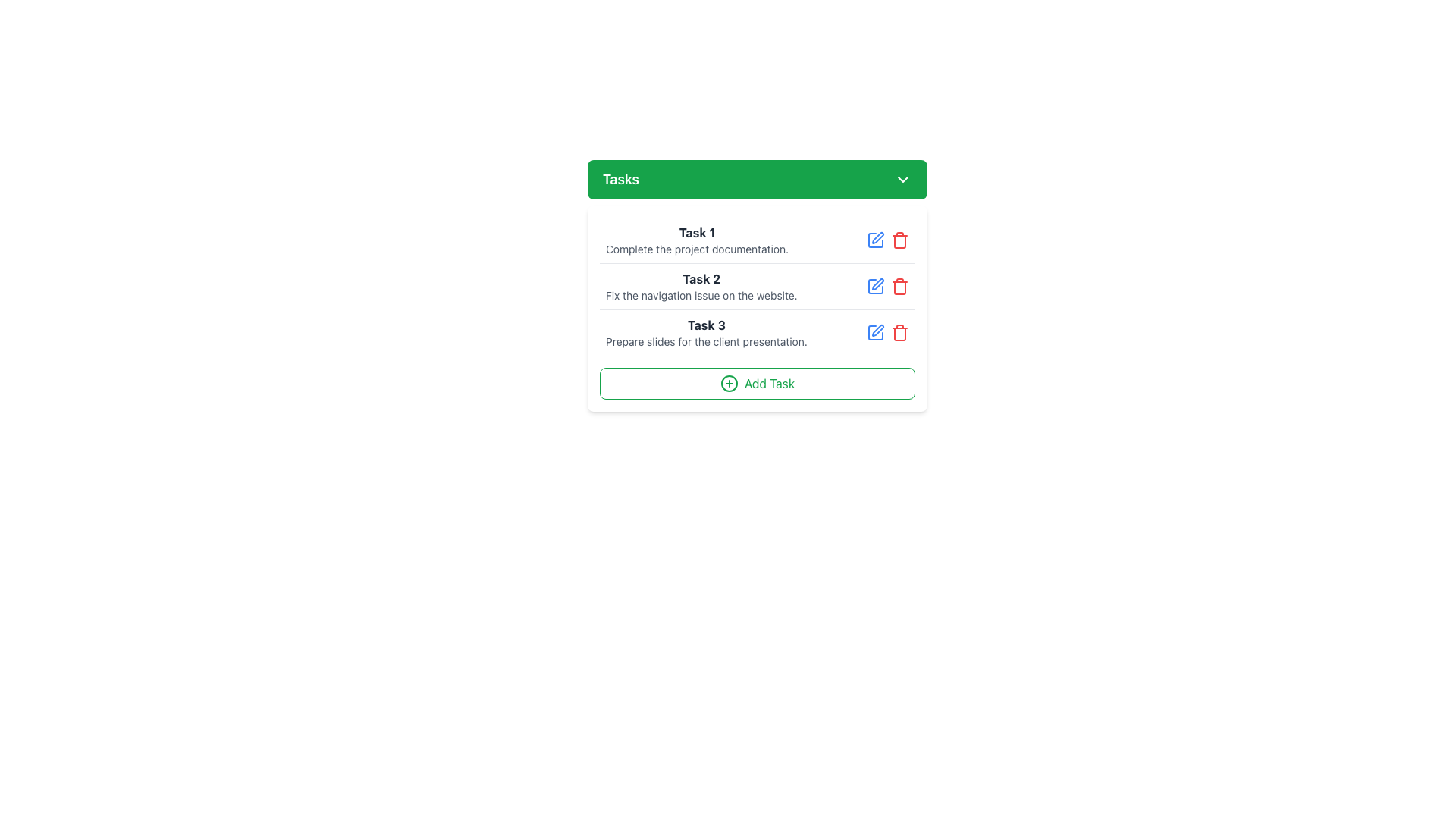  What do you see at coordinates (757, 287) in the screenshot?
I see `the second task item in the task management interface` at bounding box center [757, 287].